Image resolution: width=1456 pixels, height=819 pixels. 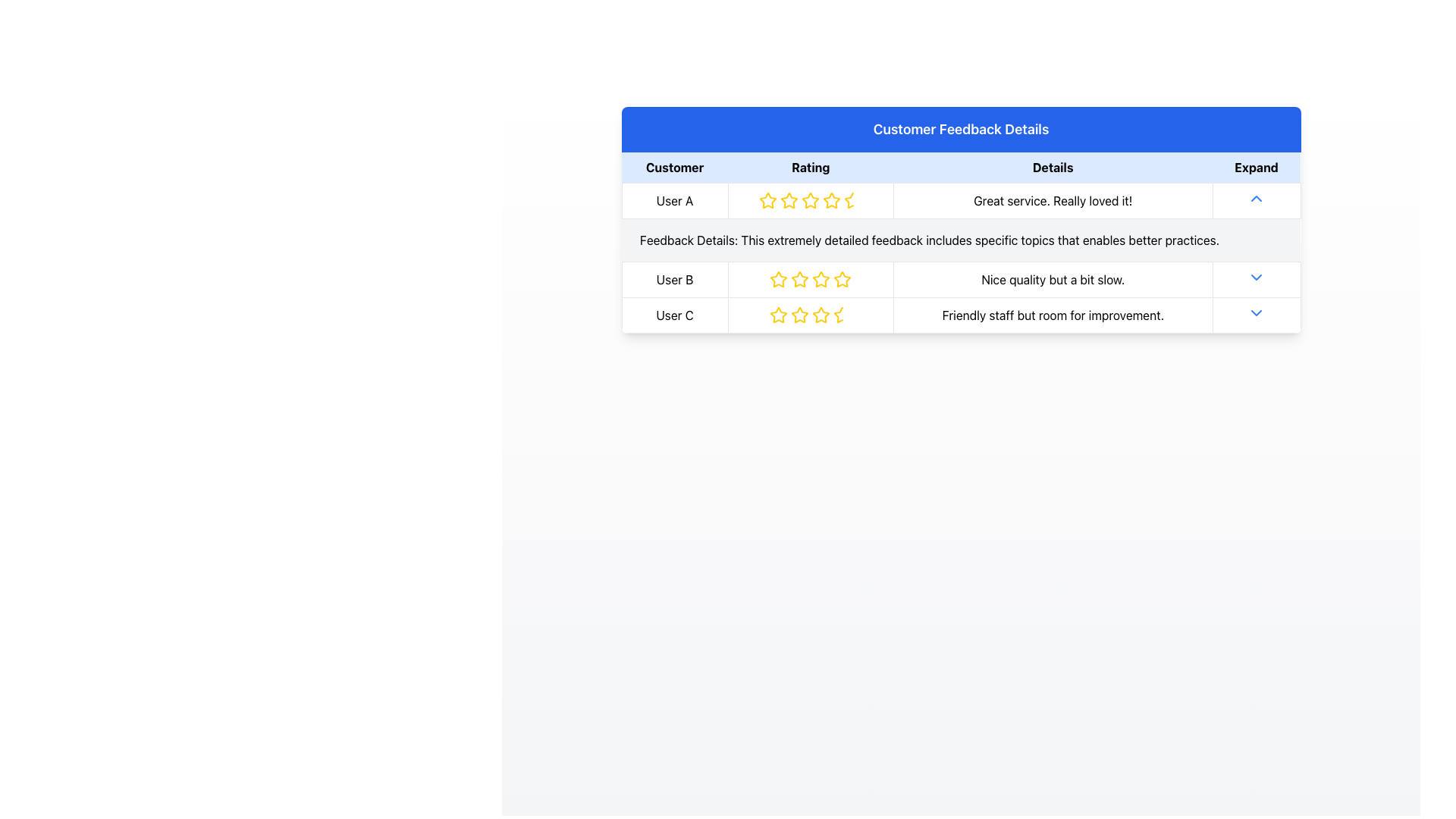 I want to click on the first star icon in the rating section of the third row for 'User C', so click(x=779, y=315).